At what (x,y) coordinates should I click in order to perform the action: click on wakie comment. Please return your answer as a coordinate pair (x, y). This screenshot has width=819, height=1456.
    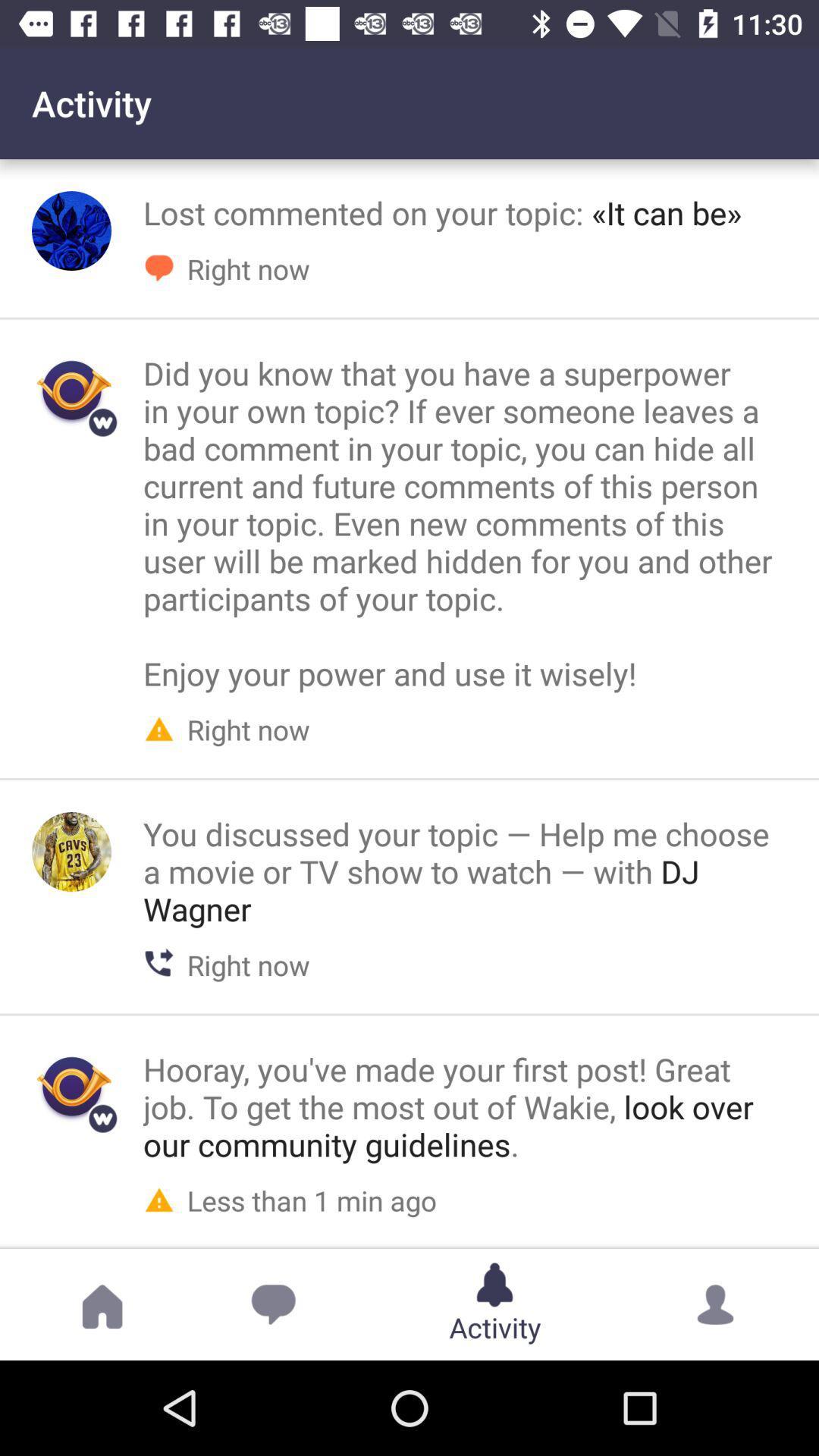
    Looking at the image, I should click on (71, 1087).